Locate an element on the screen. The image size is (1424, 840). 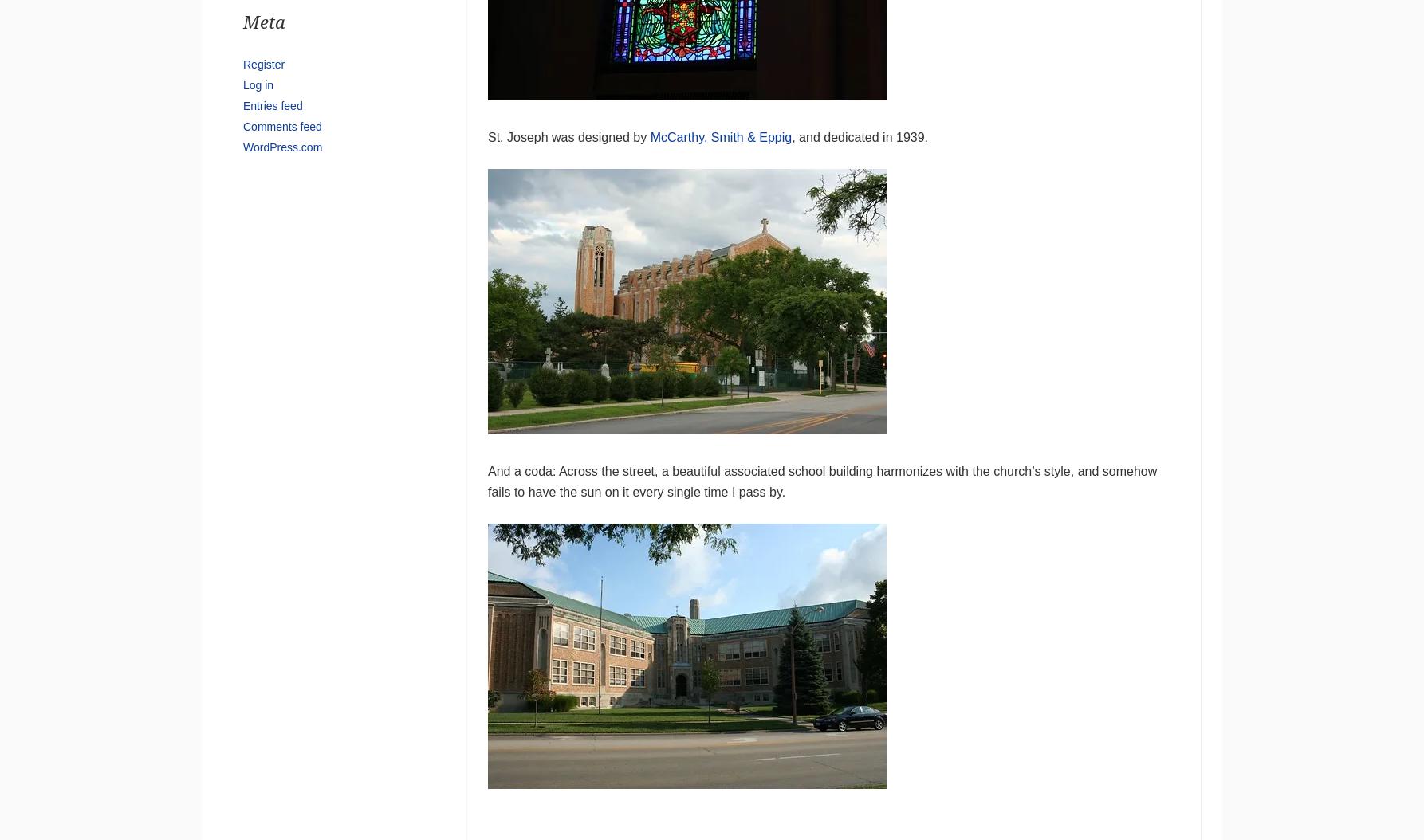
'Meta' is located at coordinates (263, 22).